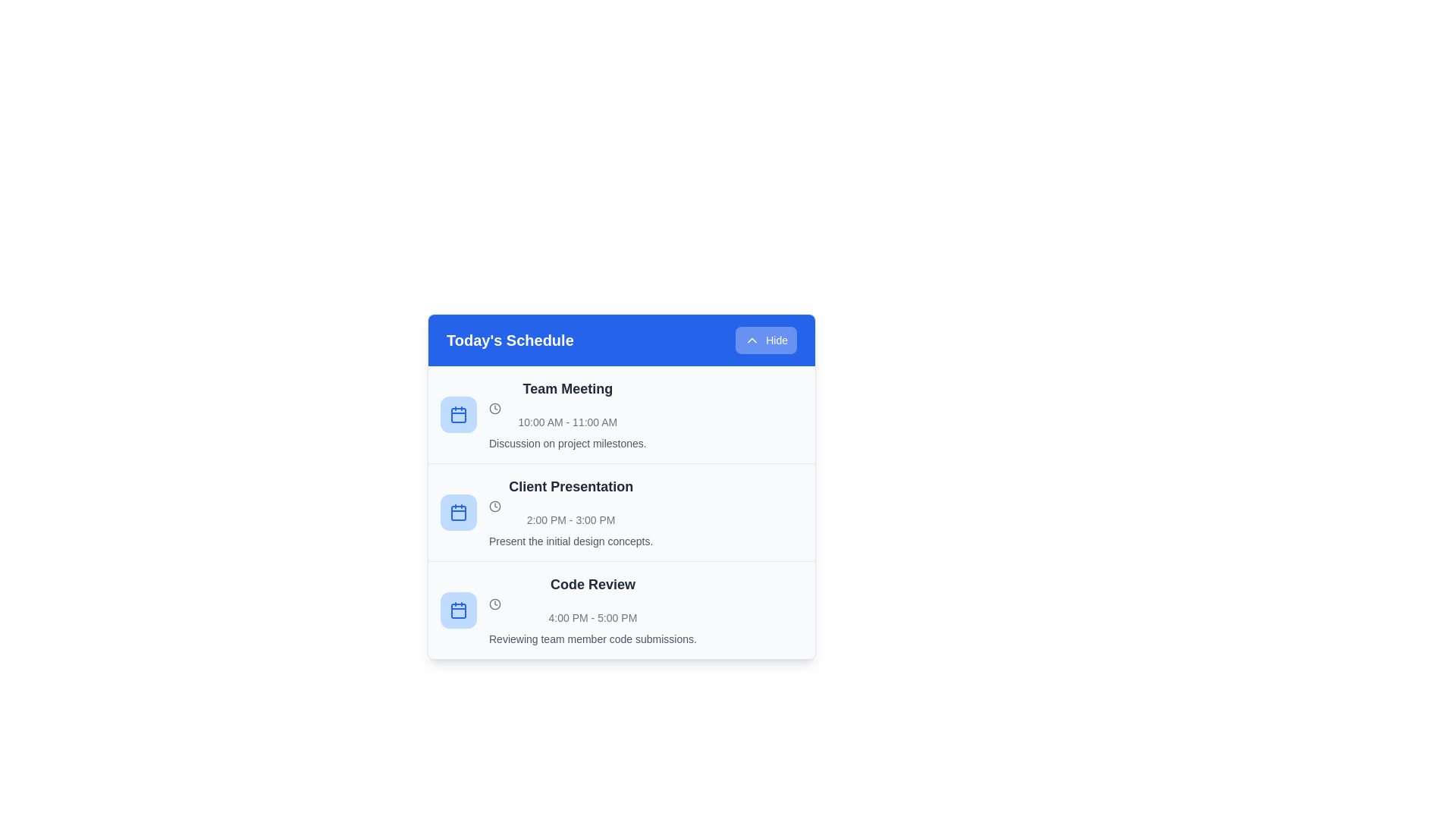  What do you see at coordinates (494, 604) in the screenshot?
I see `the small clock icon represented as an SVG graphic, which is located to the left of the timing text '4:00 PM - 5:00 PM' in the schedule panel for 'Code Review'` at bounding box center [494, 604].